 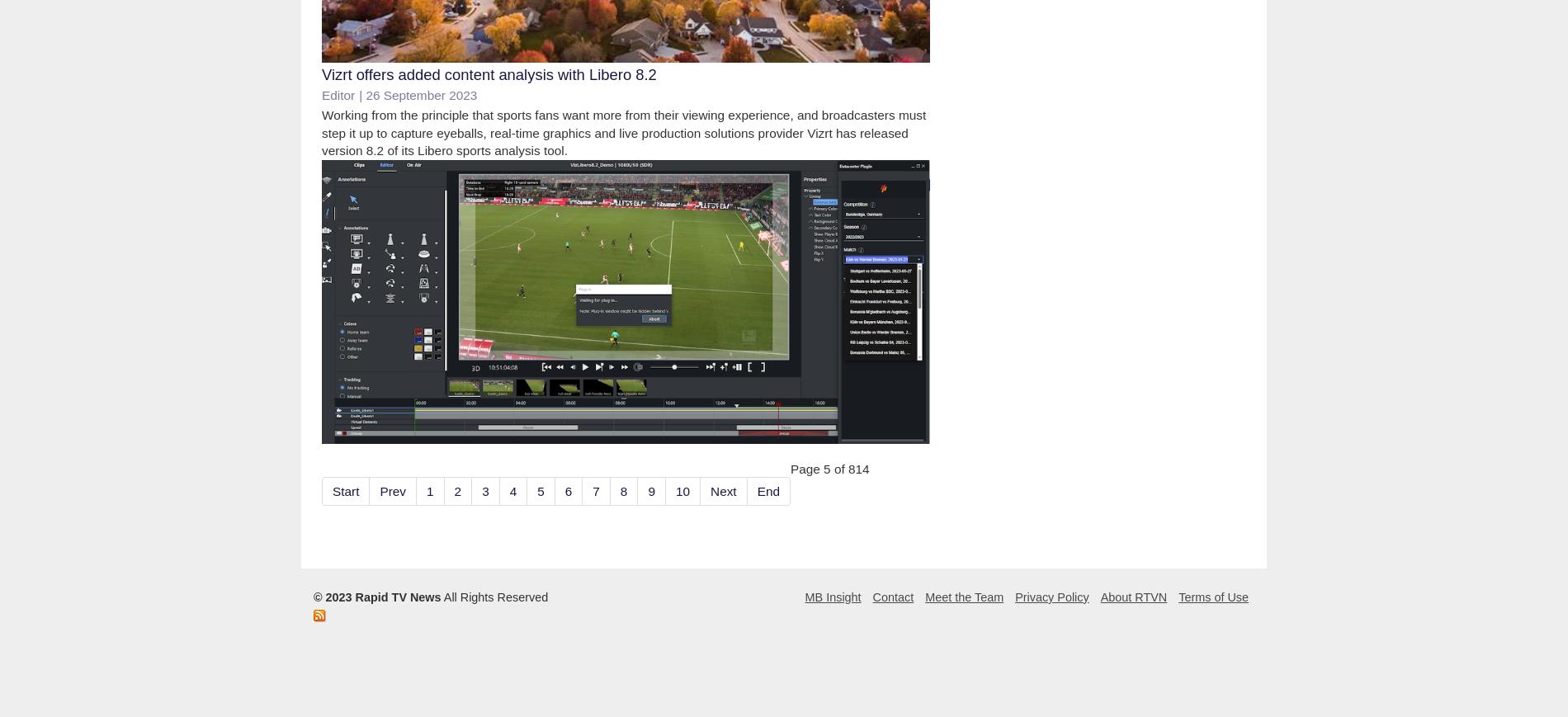 I want to click on 'Working from the principle that sports fans want more from their viewing experience, and broadcasters must step it up to capture eyeballs, real-time graphics and live production solutions provider Vizrt has released version 8.2 of its Libero sports analysis tool.', so click(x=623, y=132).